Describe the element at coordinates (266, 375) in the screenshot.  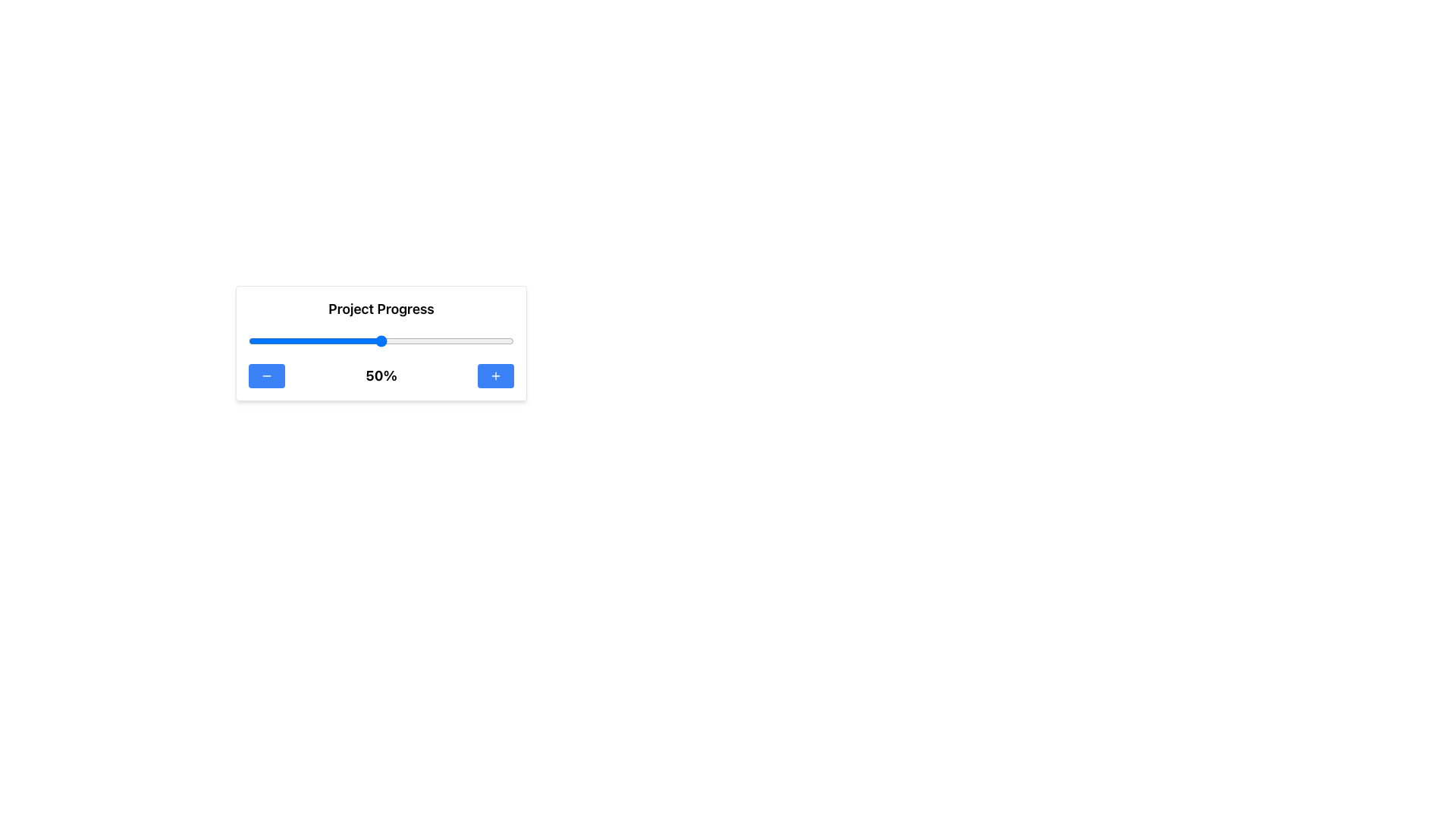
I see `the minus icon, which is styled as a thin horizontal line within a blue button with rounded corners, located below the Project Progress indicator` at that location.